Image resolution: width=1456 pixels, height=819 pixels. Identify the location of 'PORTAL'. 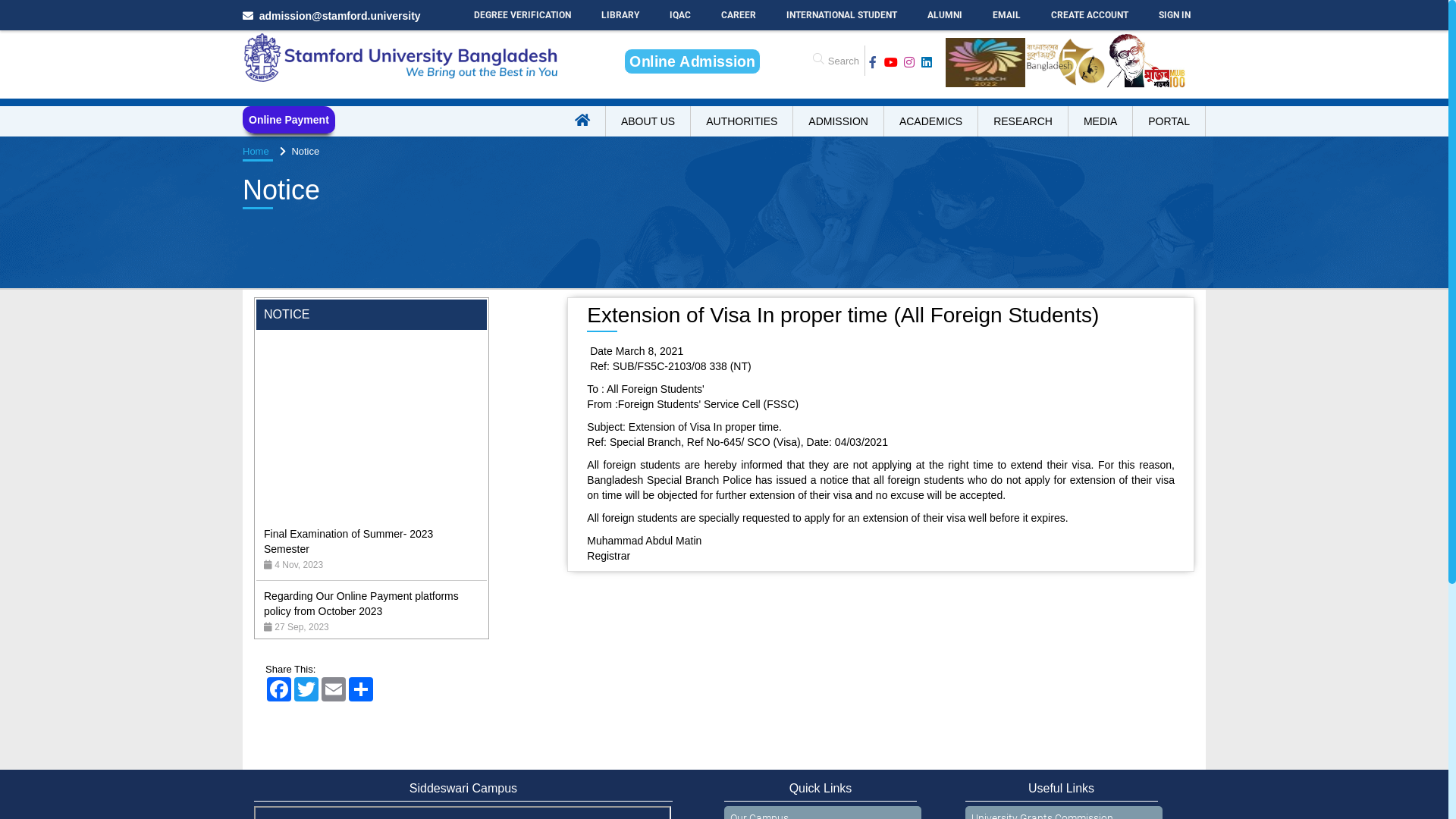
(1132, 120).